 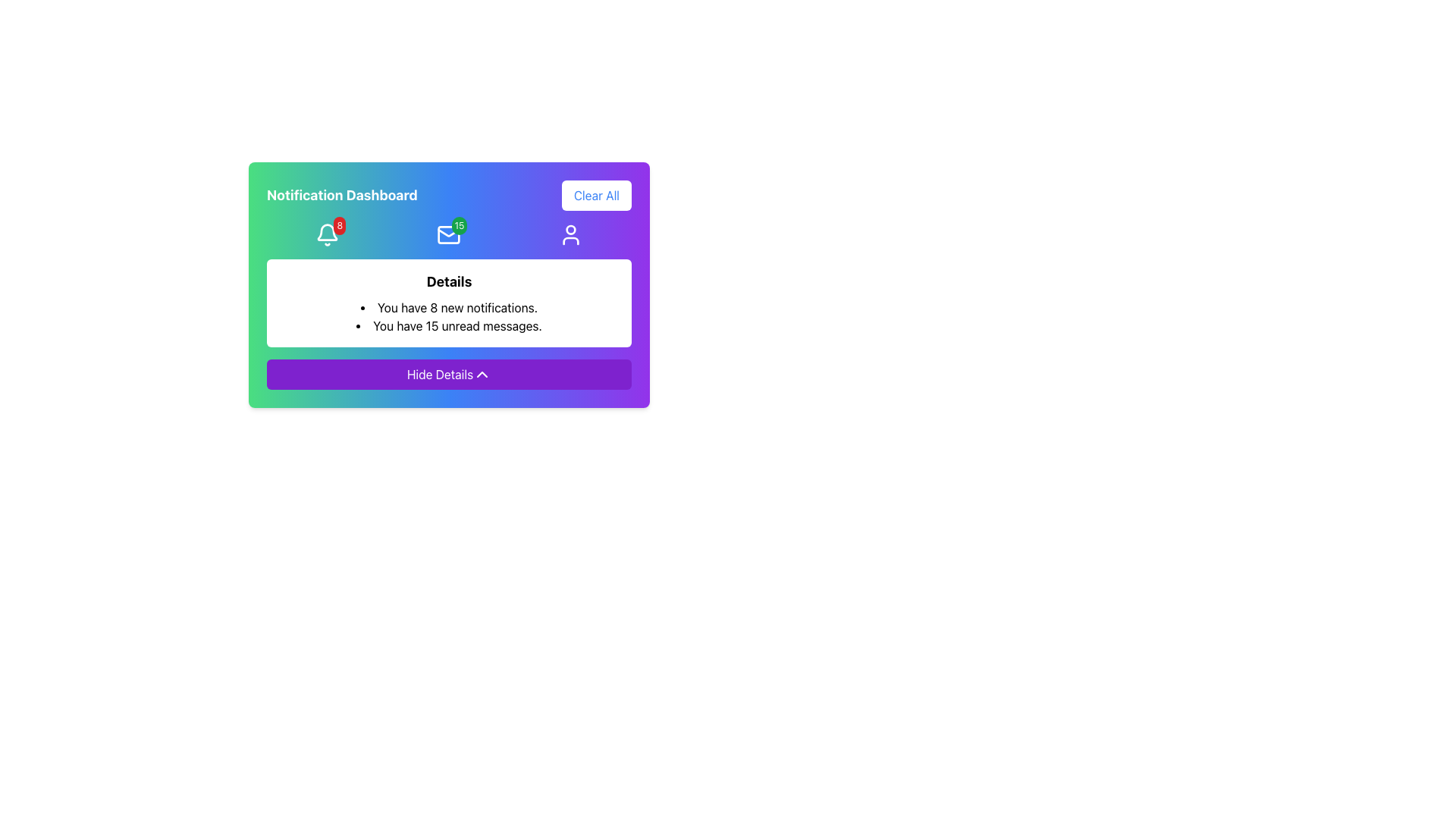 What do you see at coordinates (482, 374) in the screenshot?
I see `the icon located on the right side of the 'Hide Details' button` at bounding box center [482, 374].